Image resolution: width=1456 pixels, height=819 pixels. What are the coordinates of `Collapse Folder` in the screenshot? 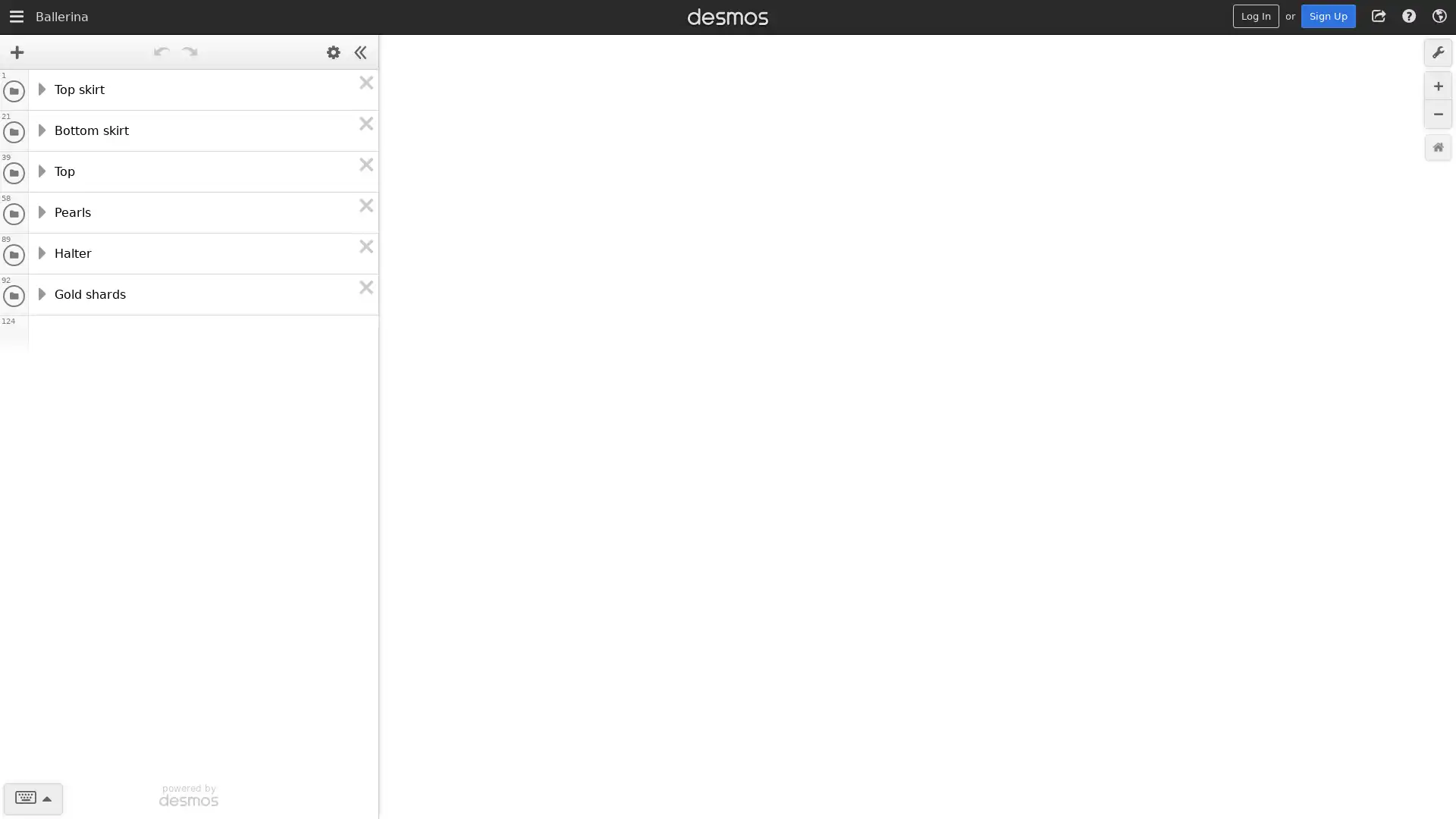 It's located at (40, 292).